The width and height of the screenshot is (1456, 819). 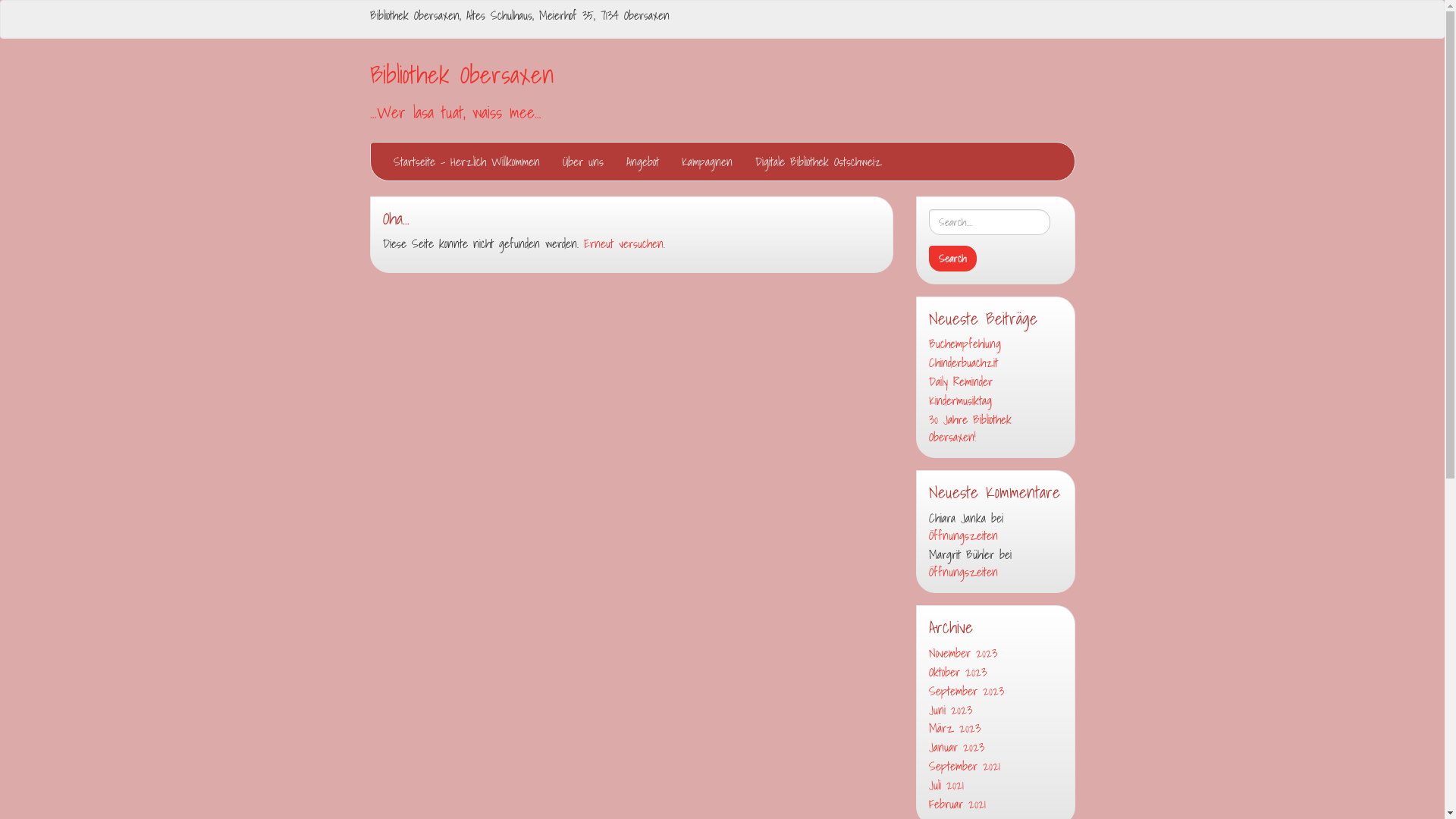 I want to click on 'Bibliothek Obersaxen', so click(x=461, y=74).